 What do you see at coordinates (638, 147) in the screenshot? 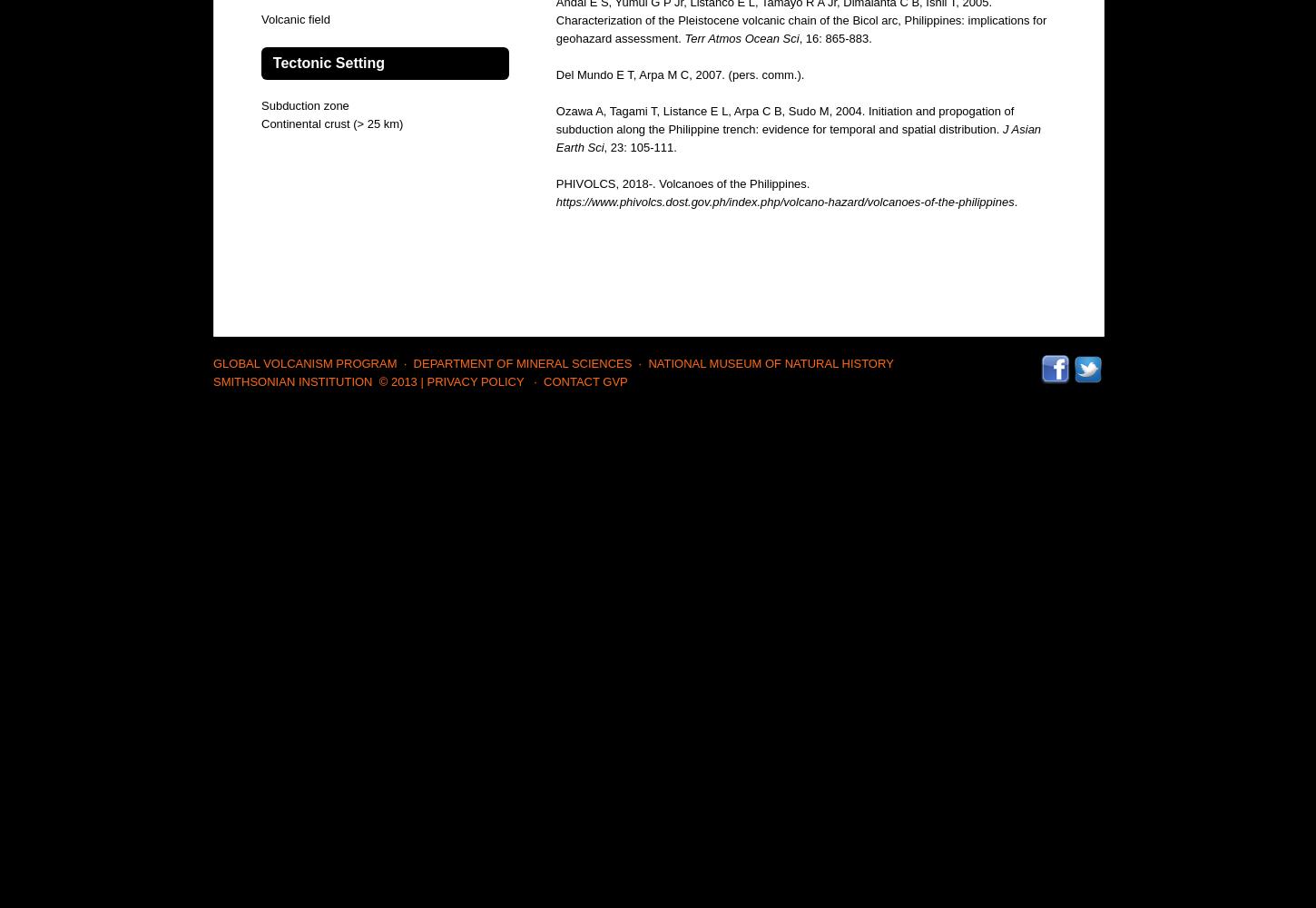
I see `', 23: 105-111.'` at bounding box center [638, 147].